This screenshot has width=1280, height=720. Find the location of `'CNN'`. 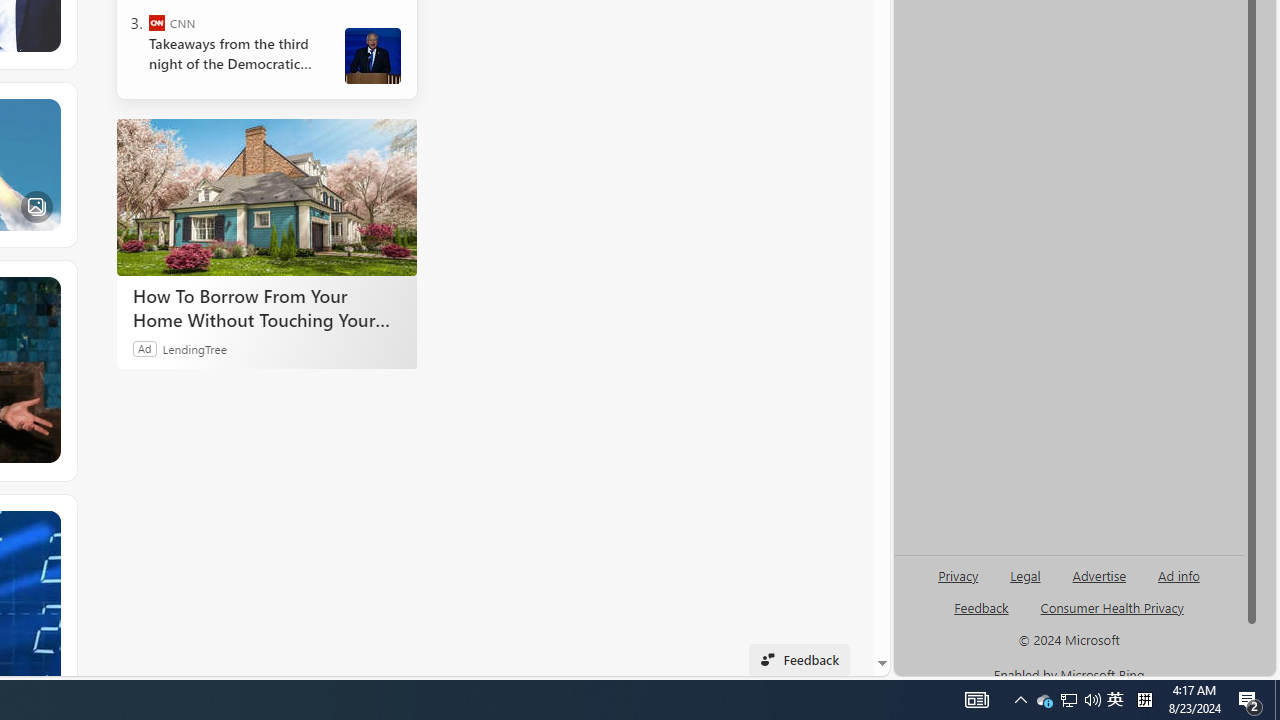

'CNN' is located at coordinates (155, 23).